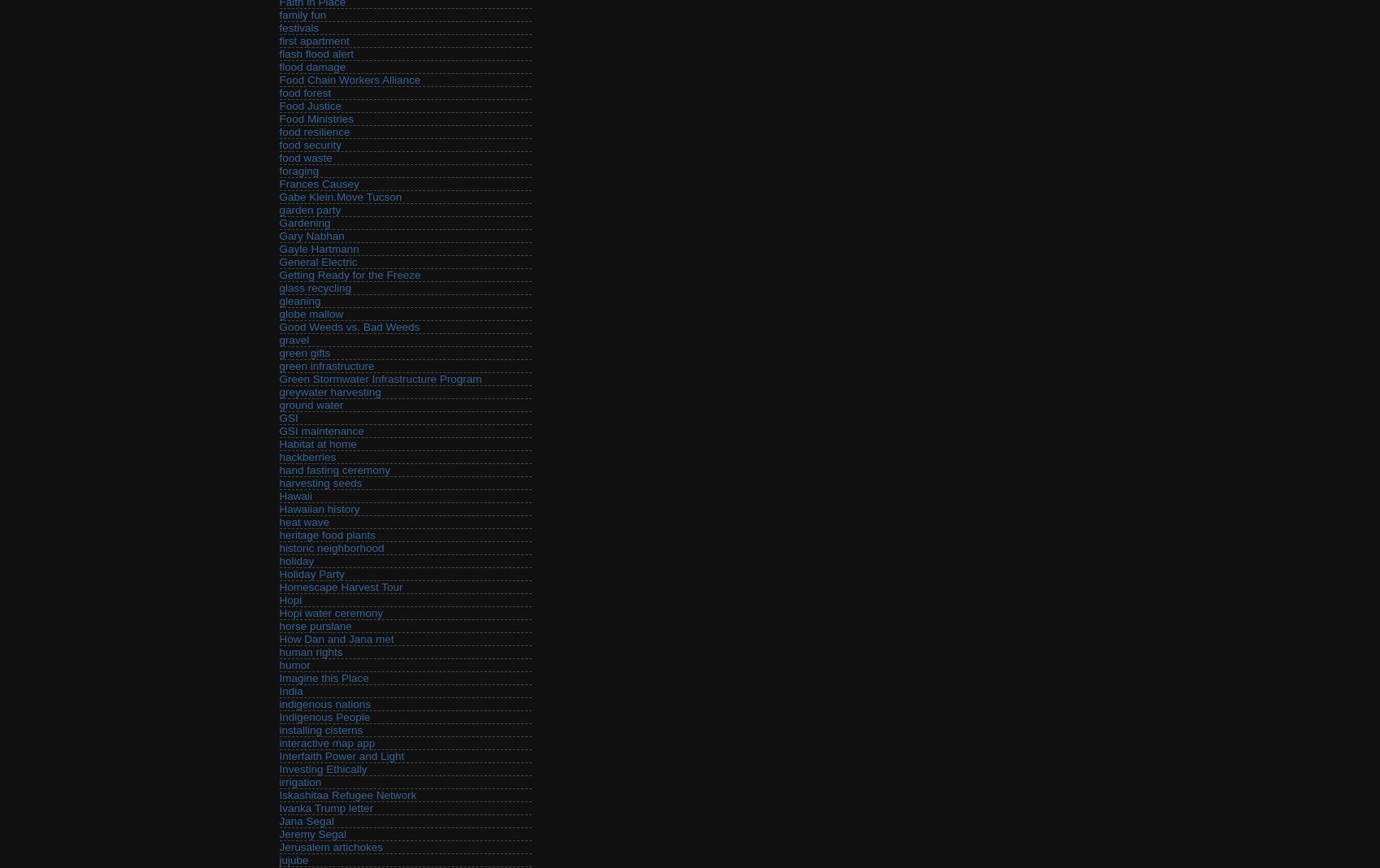 Image resolution: width=1380 pixels, height=868 pixels. I want to click on 'Getting Ready for the Freeze', so click(349, 274).